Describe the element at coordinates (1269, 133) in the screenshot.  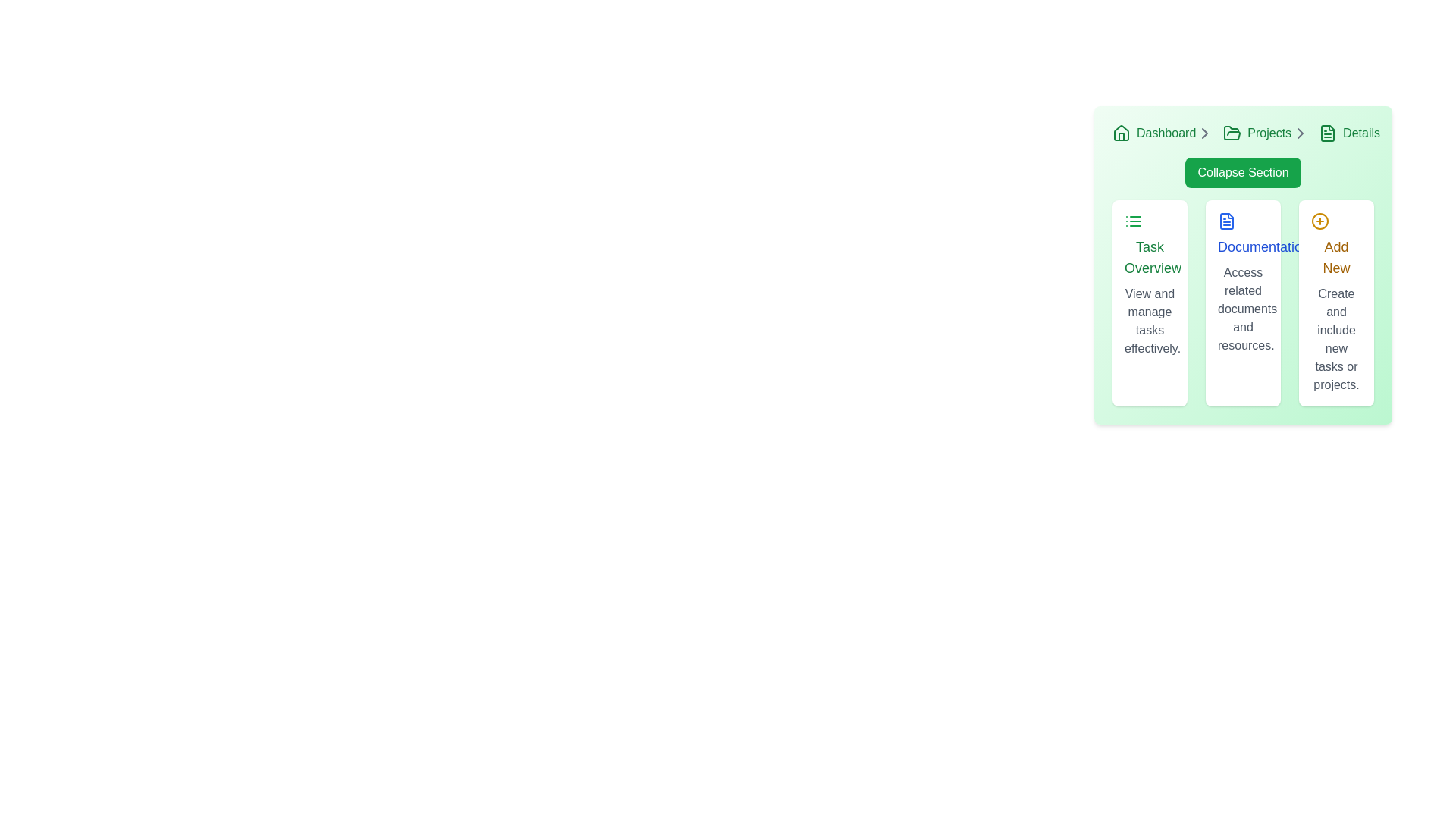
I see `the 'Projects' text label in the breadcrumb navigation bar` at that location.